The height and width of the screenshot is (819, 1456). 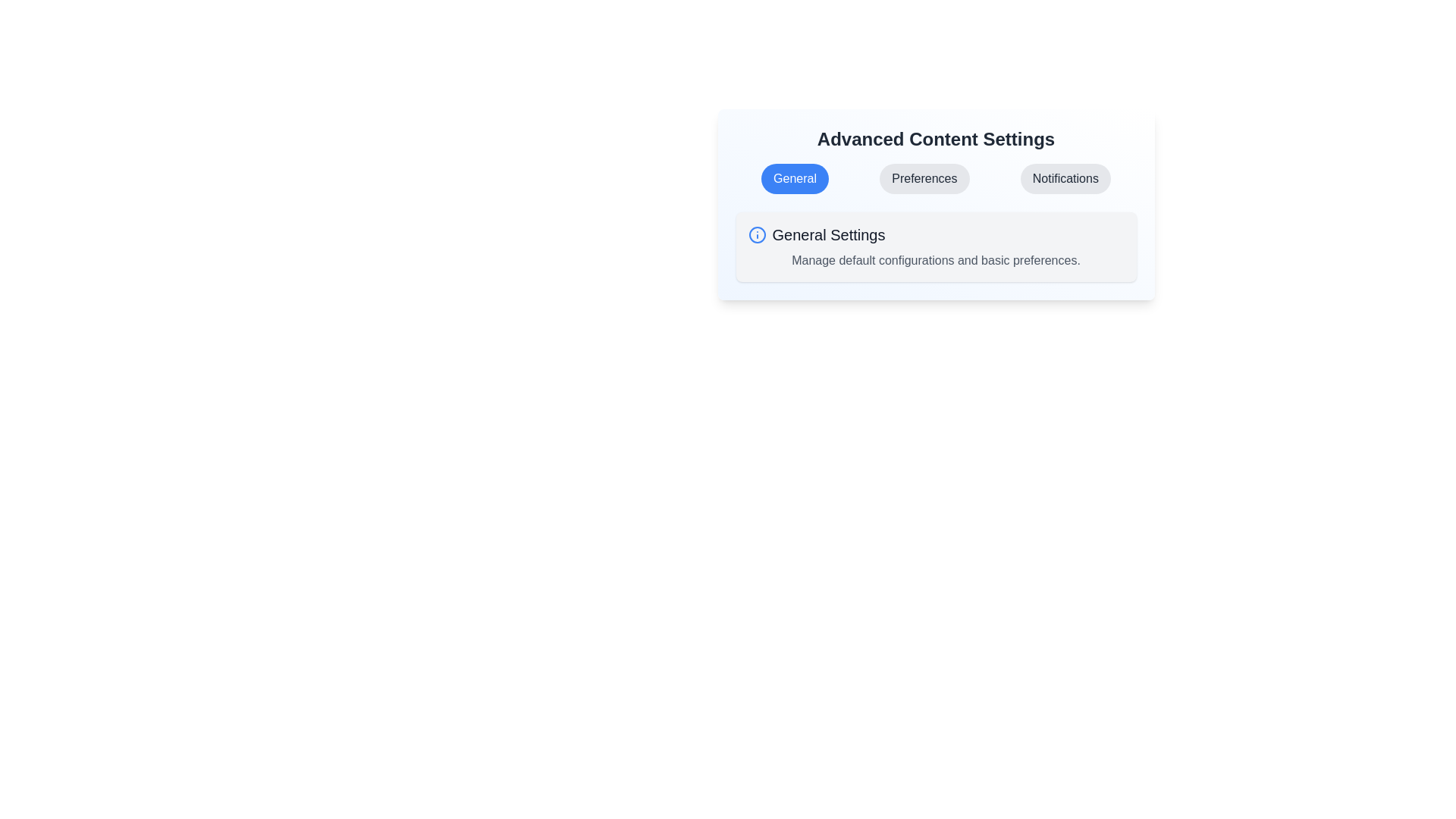 I want to click on the circular information icon with a blue outline located next to the text 'General Settings' in the 'Advanced Content Settings' section, so click(x=757, y=234).